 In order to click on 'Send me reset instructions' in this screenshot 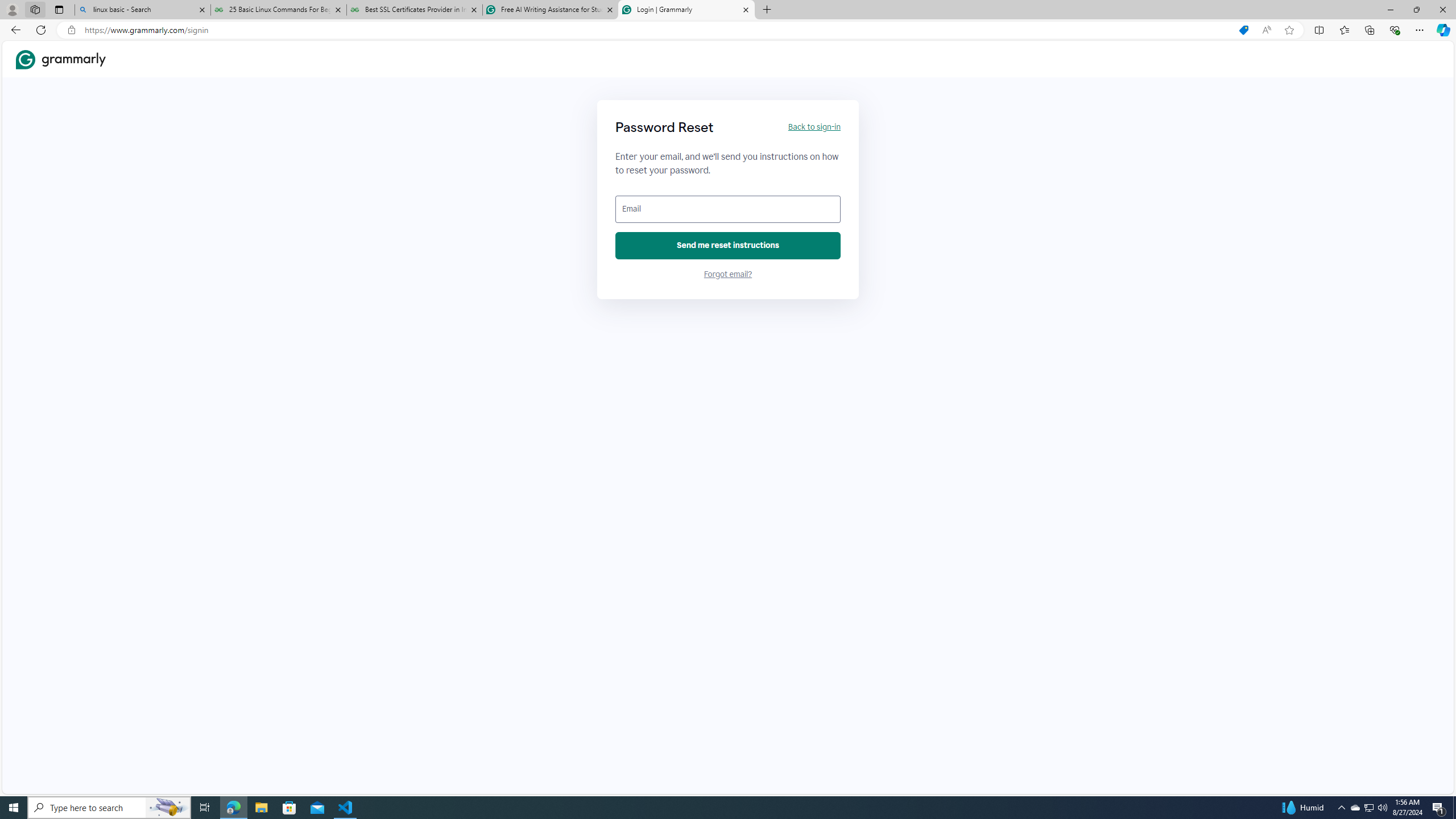, I will do `click(728, 246)`.